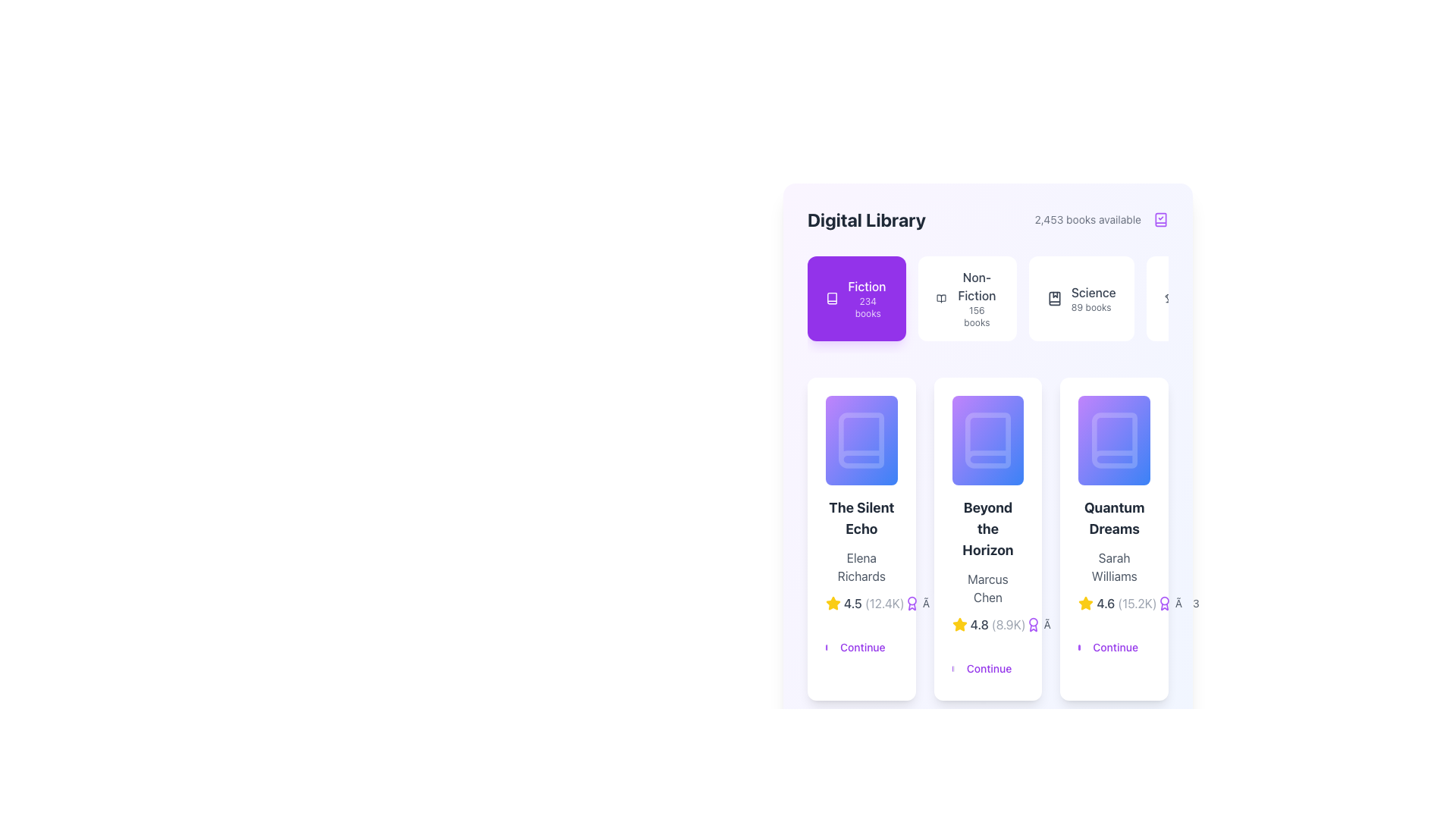 Image resolution: width=1456 pixels, height=819 pixels. Describe the element at coordinates (1081, 298) in the screenshot. I see `the 'Science' button with a bookmark icon, which is the third button in the horizontal list under the 'Digital Library' heading` at that location.